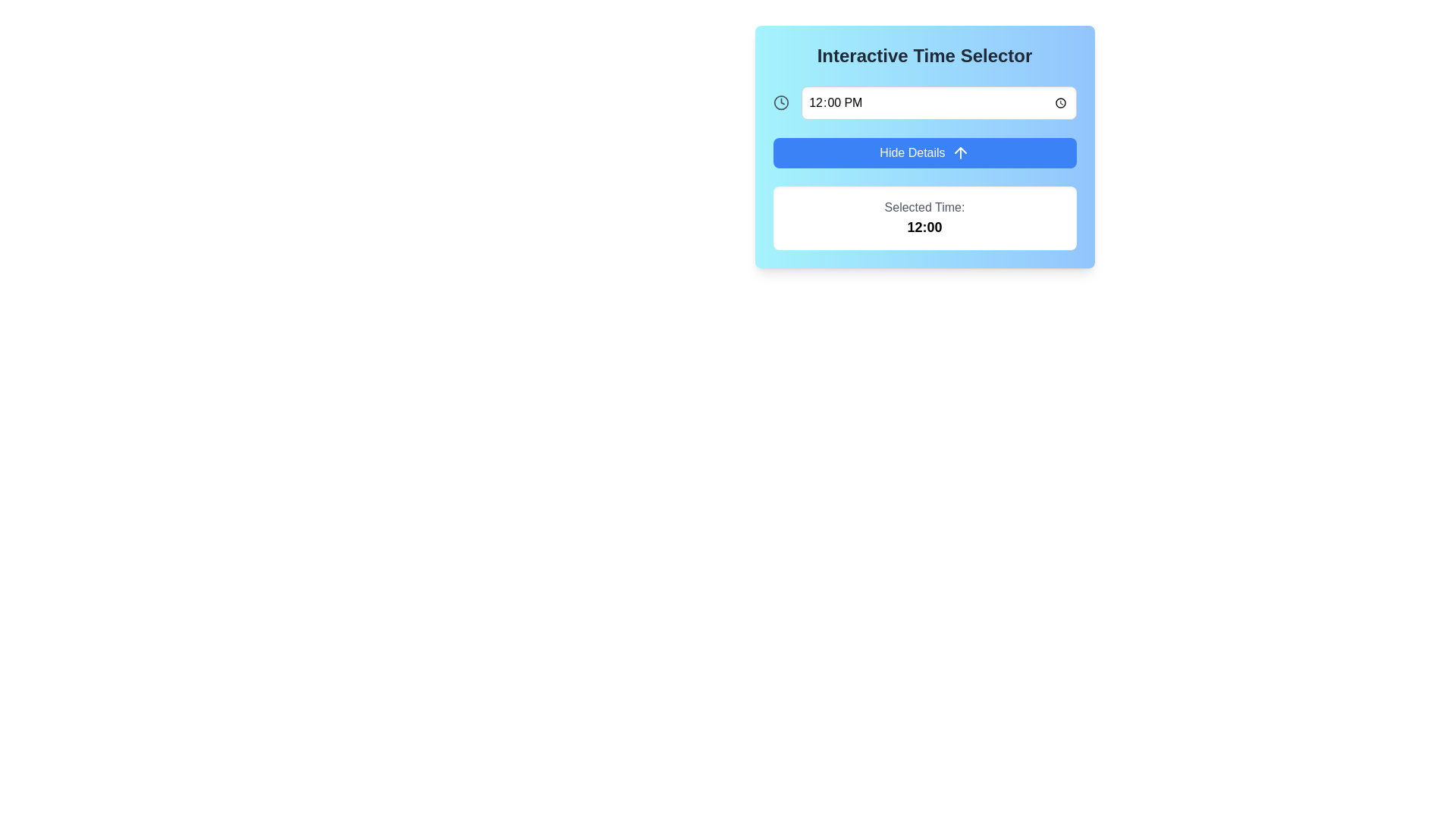 This screenshot has width=1456, height=819. I want to click on the outer circle of the clock icon in the time selector UI component, so click(781, 102).